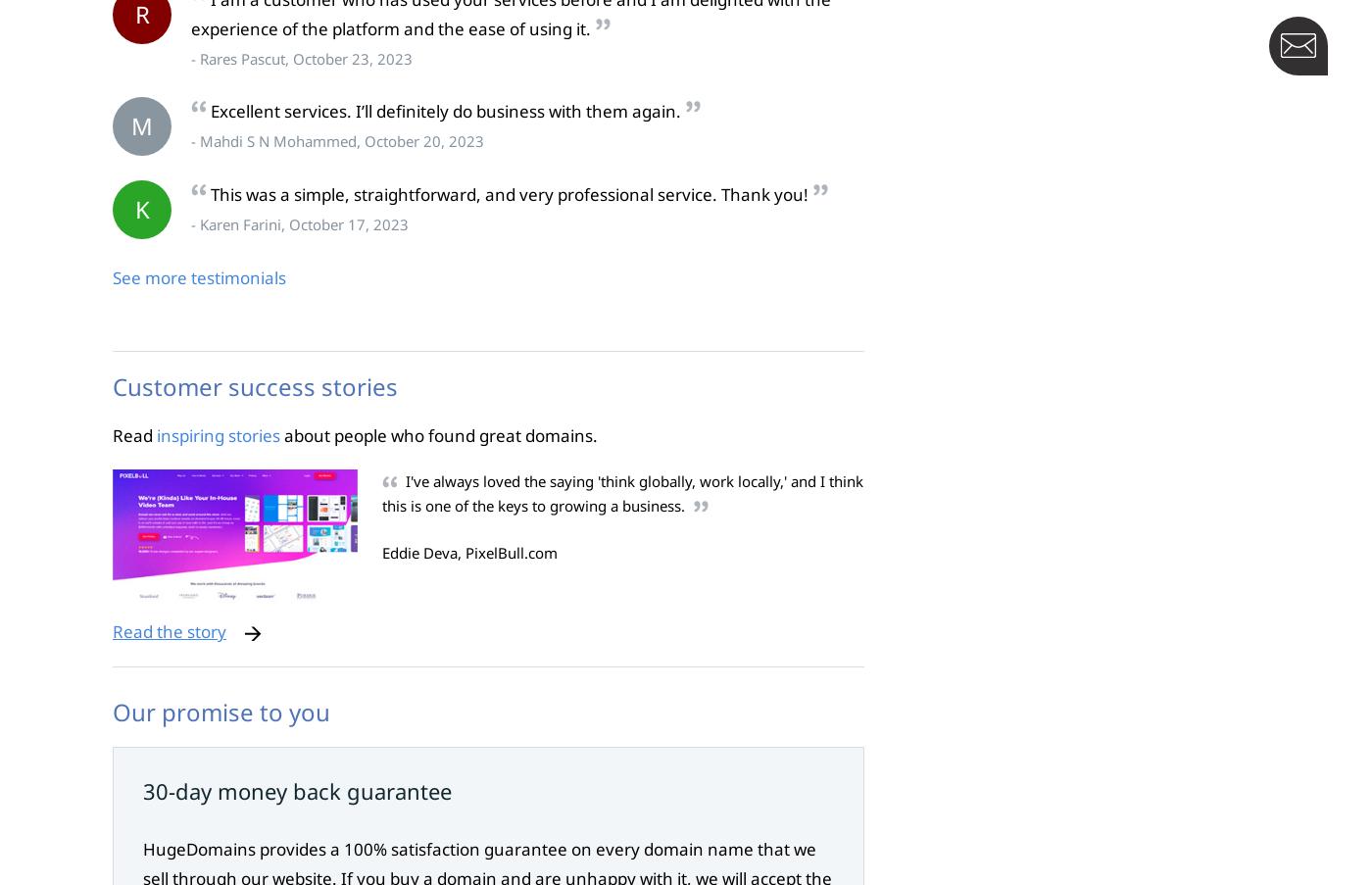  Describe the element at coordinates (446, 111) in the screenshot. I see `'Excellent services. I’ll definitely do business with them again.'` at that location.